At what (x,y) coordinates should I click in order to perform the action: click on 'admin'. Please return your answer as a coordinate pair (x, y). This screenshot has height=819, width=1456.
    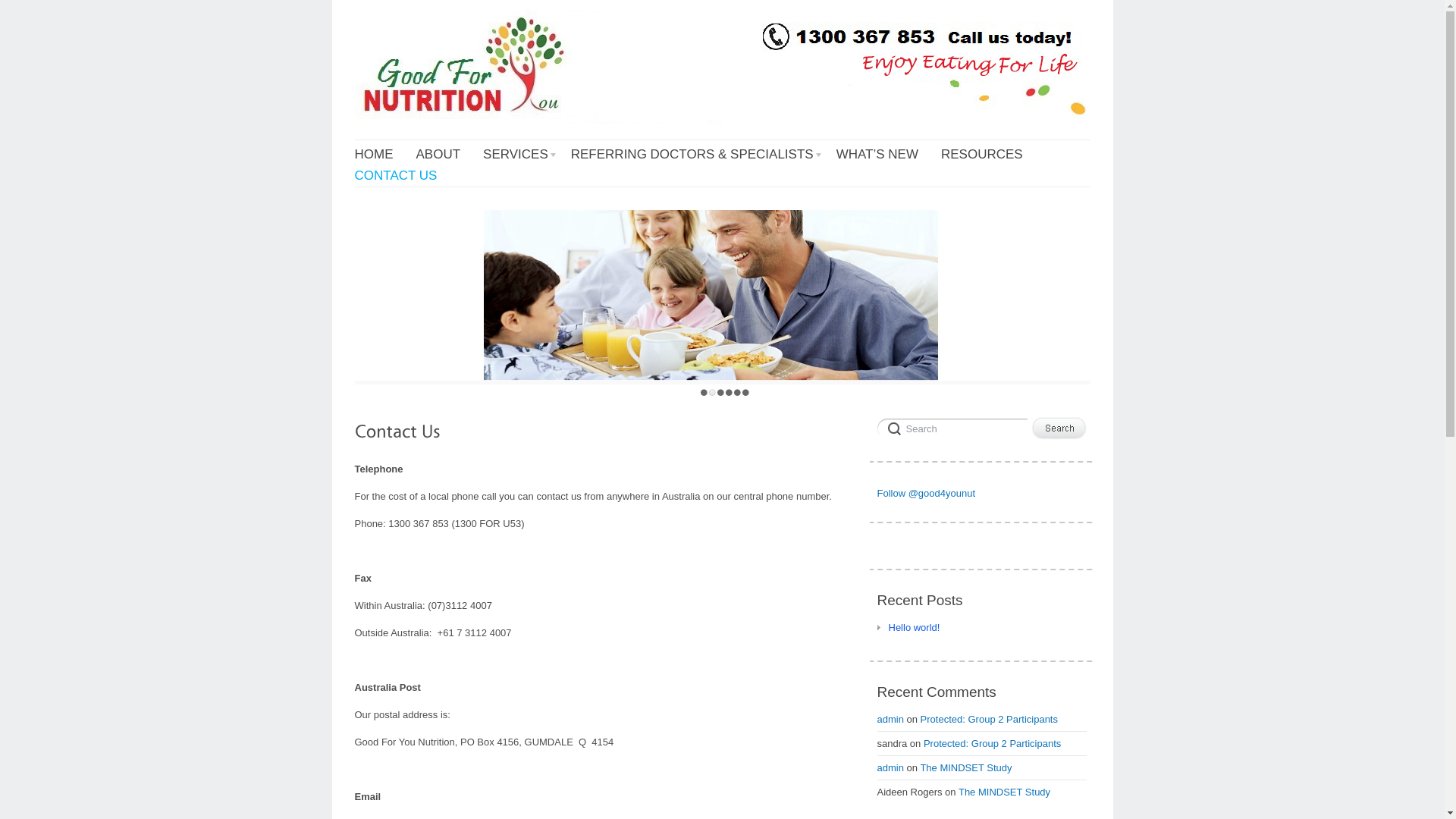
    Looking at the image, I should click on (890, 767).